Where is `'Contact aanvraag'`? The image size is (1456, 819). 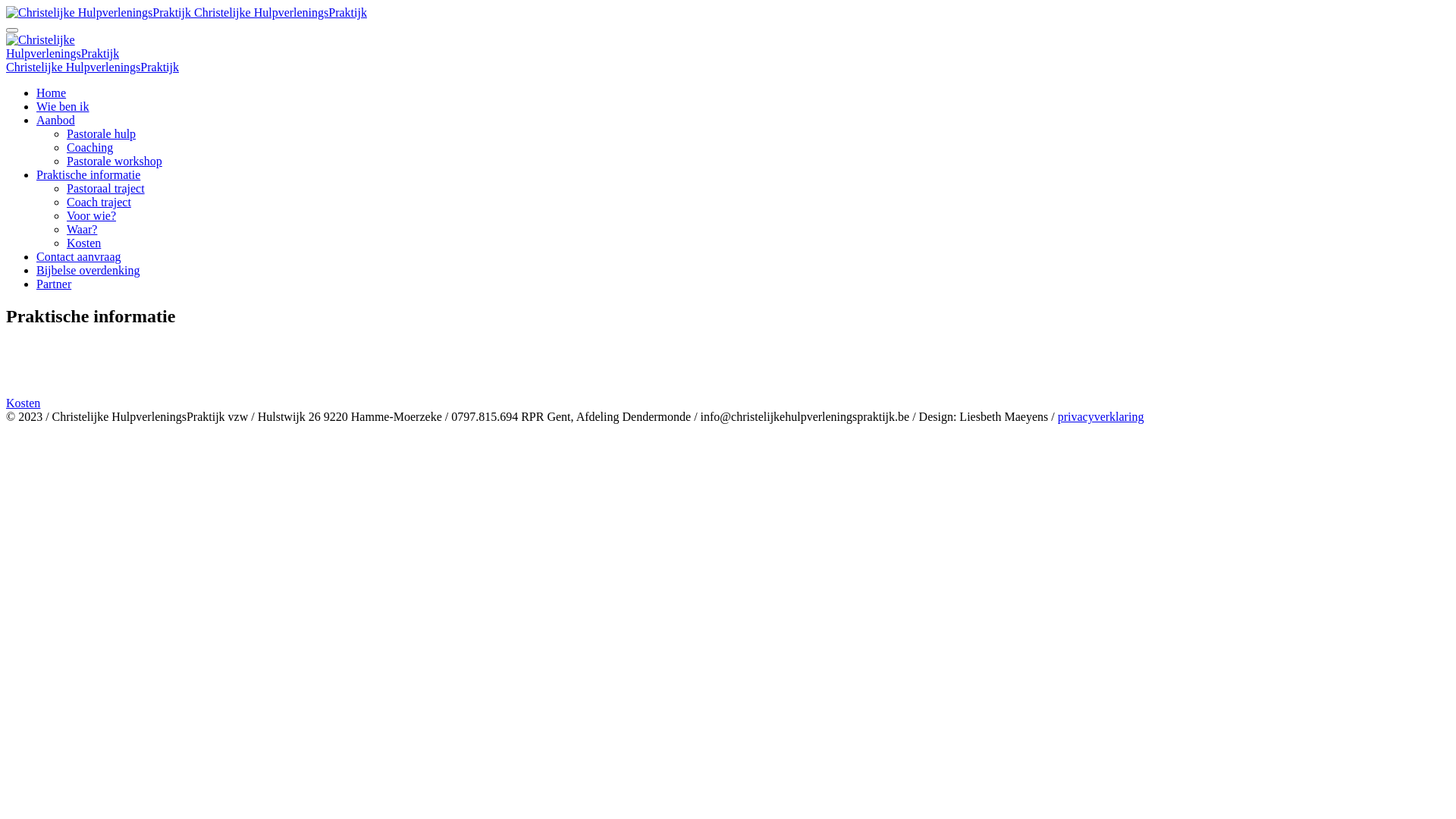 'Contact aanvraag' is located at coordinates (36, 256).